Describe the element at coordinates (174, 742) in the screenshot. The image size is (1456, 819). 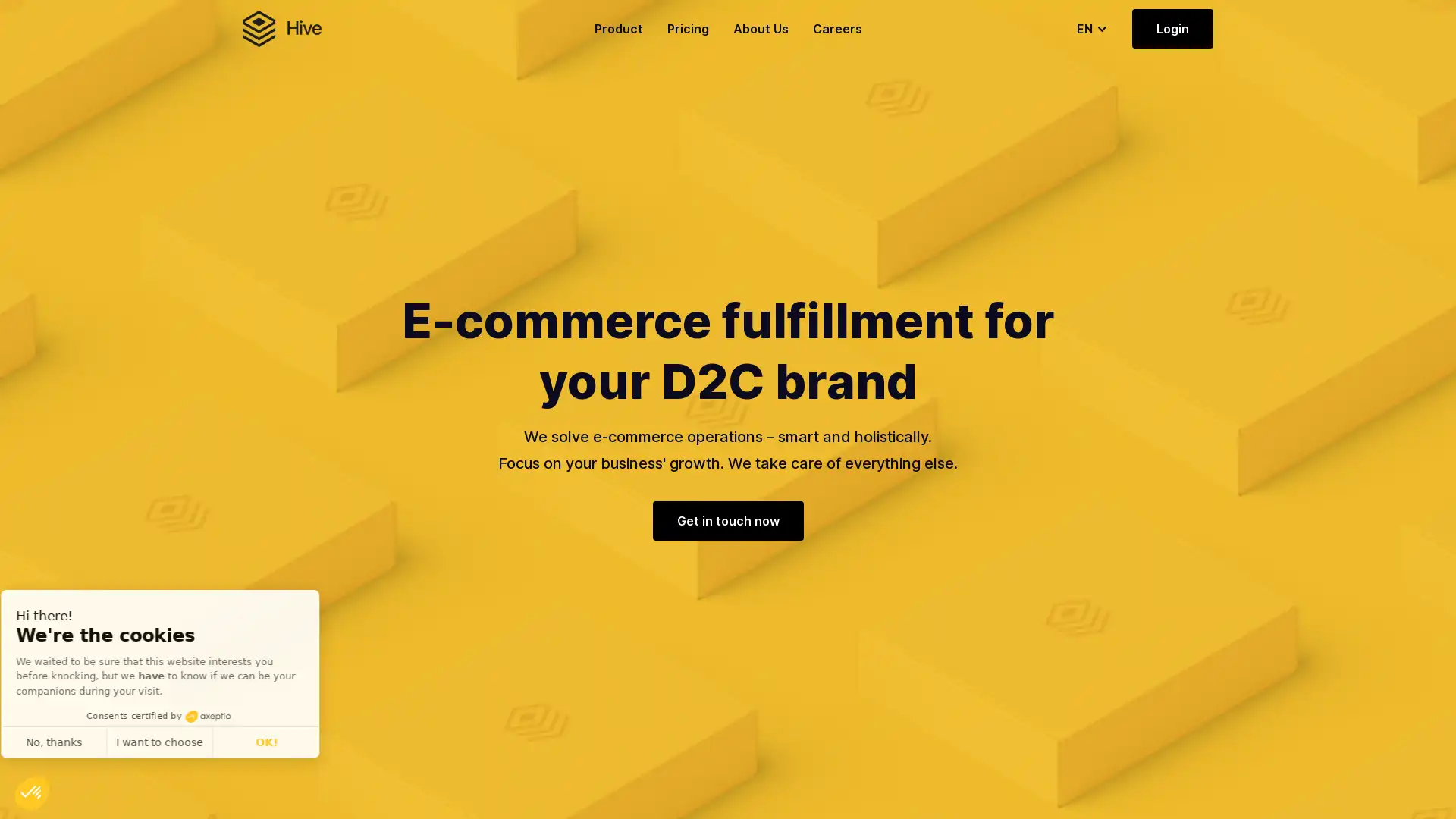
I see `I want to choose` at that location.